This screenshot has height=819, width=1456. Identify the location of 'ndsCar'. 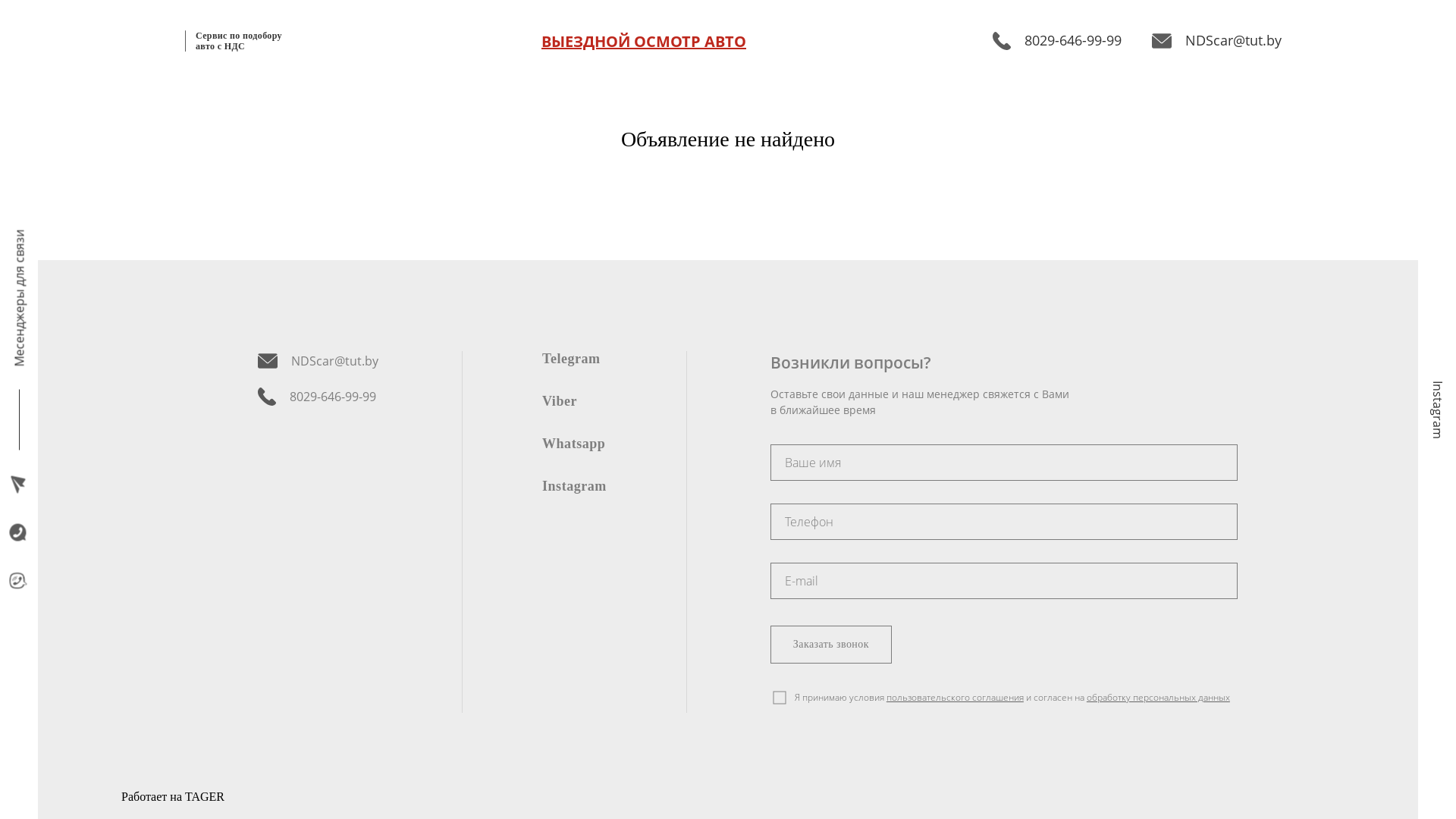
(1004, 461).